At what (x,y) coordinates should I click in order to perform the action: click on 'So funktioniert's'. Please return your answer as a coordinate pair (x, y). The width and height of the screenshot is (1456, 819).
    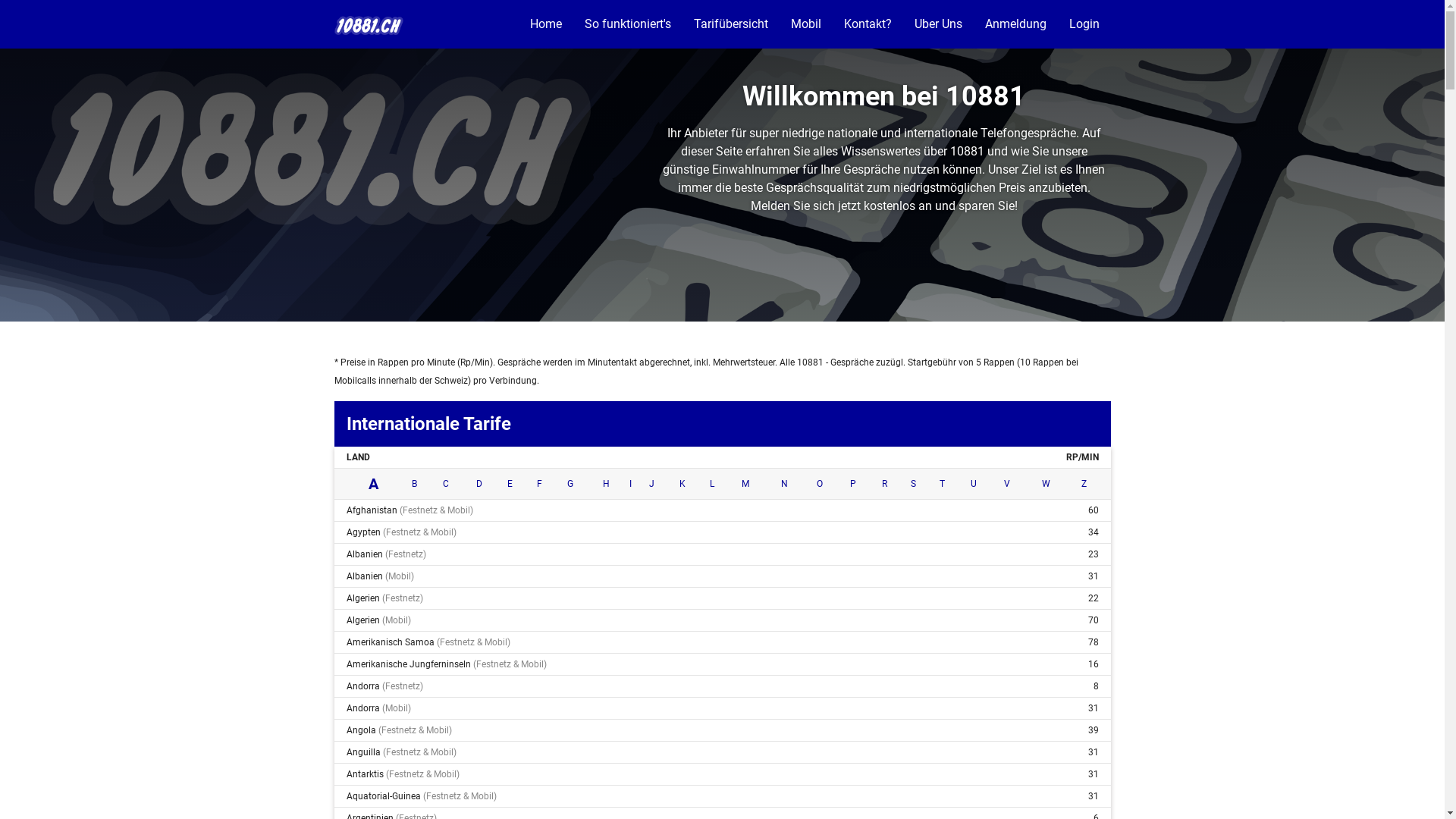
    Looking at the image, I should click on (628, 24).